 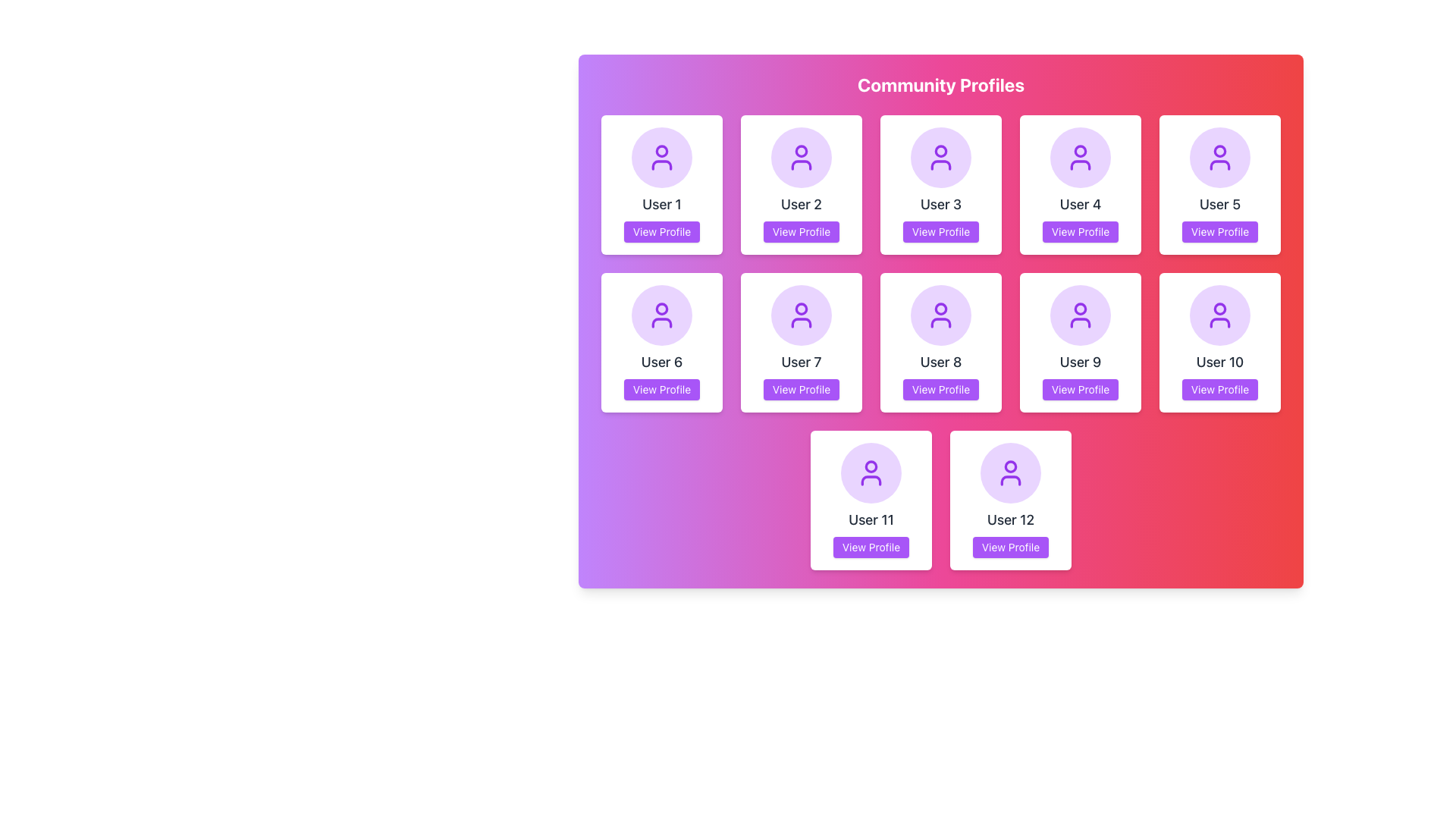 I want to click on the 'View Profile' button with a purple background located in the ninth user profile card, so click(x=1080, y=388).